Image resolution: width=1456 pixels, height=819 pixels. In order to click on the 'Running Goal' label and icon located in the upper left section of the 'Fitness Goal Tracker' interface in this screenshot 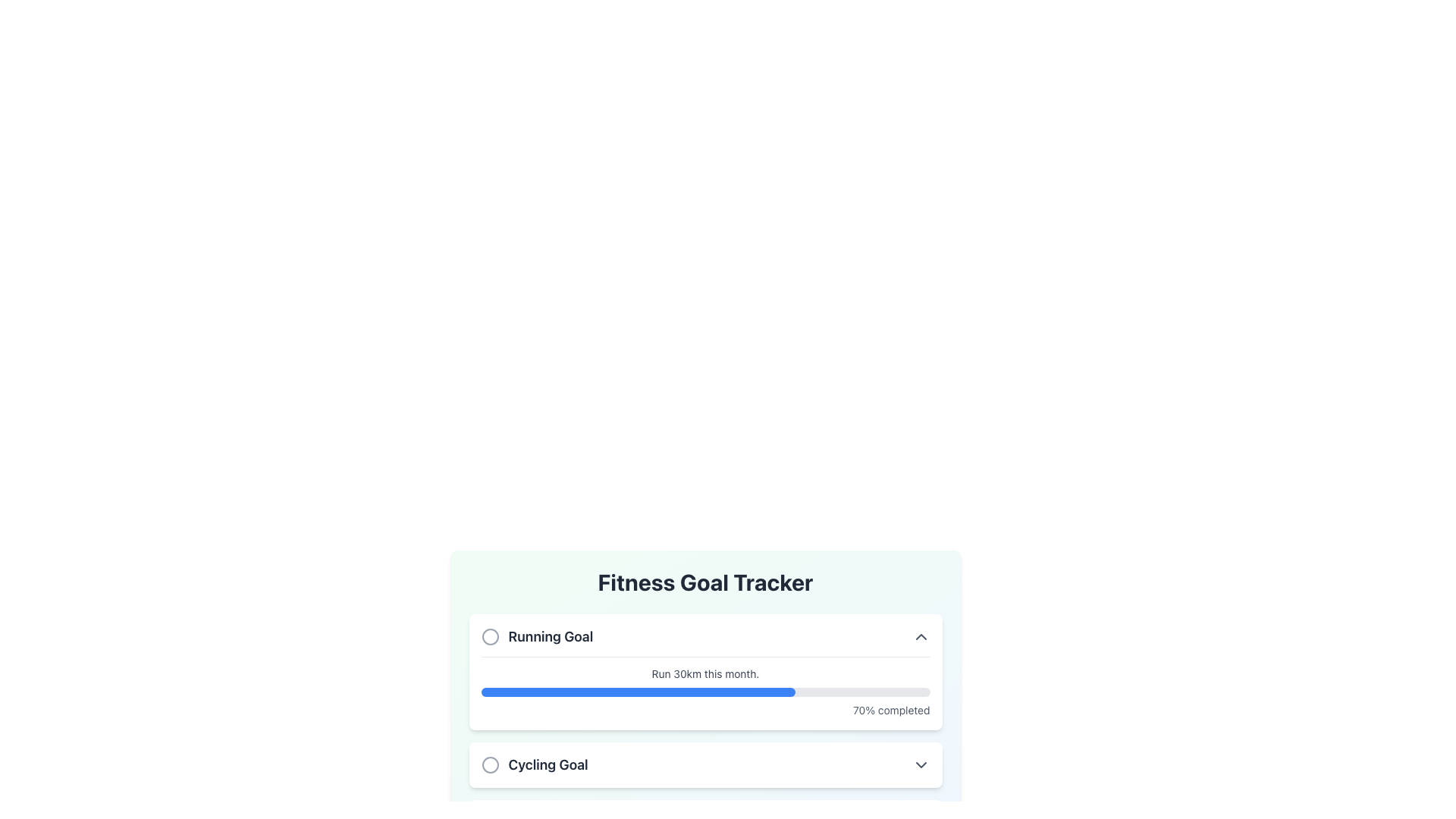, I will do `click(537, 637)`.